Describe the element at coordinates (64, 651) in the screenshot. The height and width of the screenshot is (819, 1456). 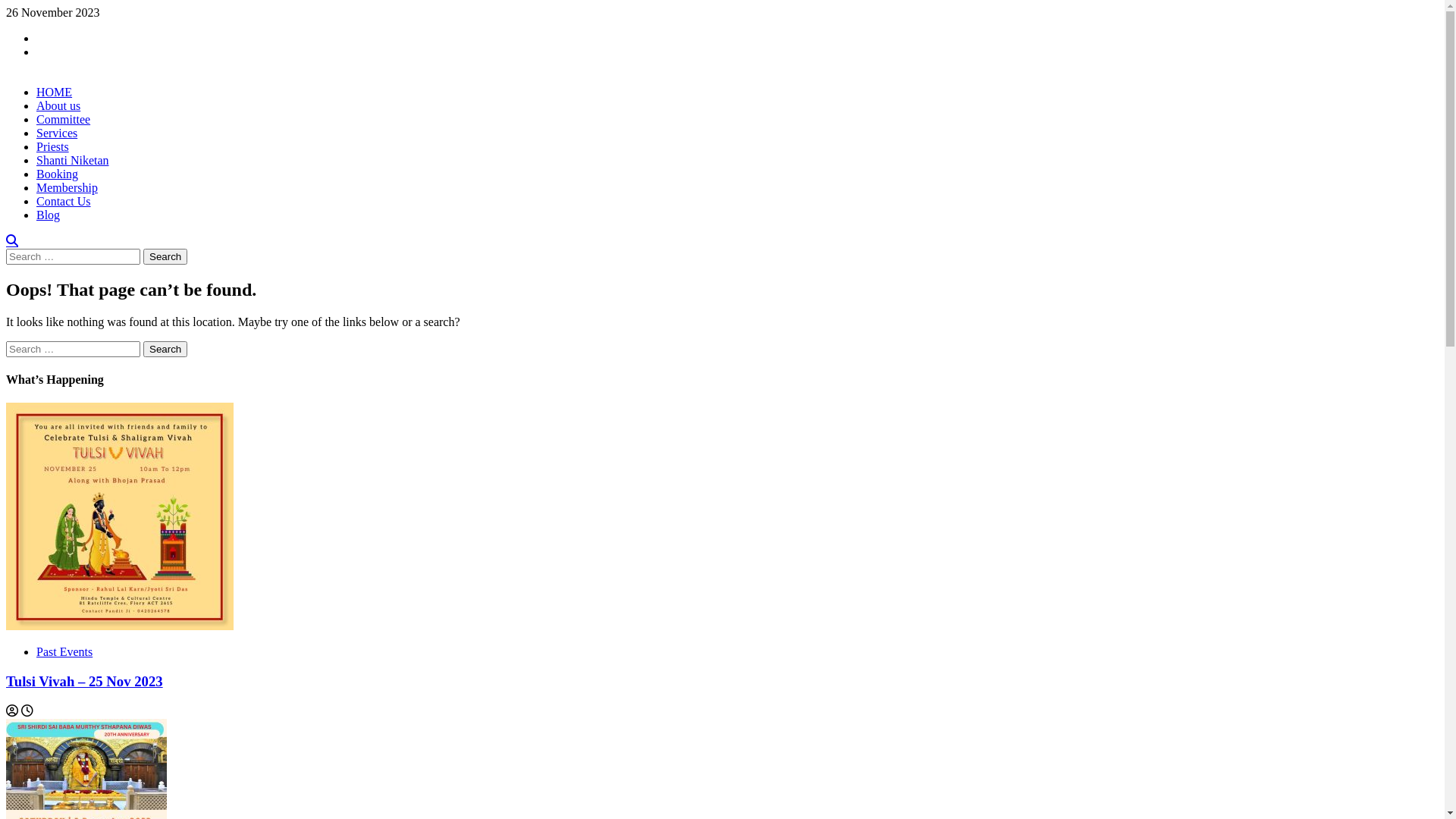
I see `'Past Events'` at that location.